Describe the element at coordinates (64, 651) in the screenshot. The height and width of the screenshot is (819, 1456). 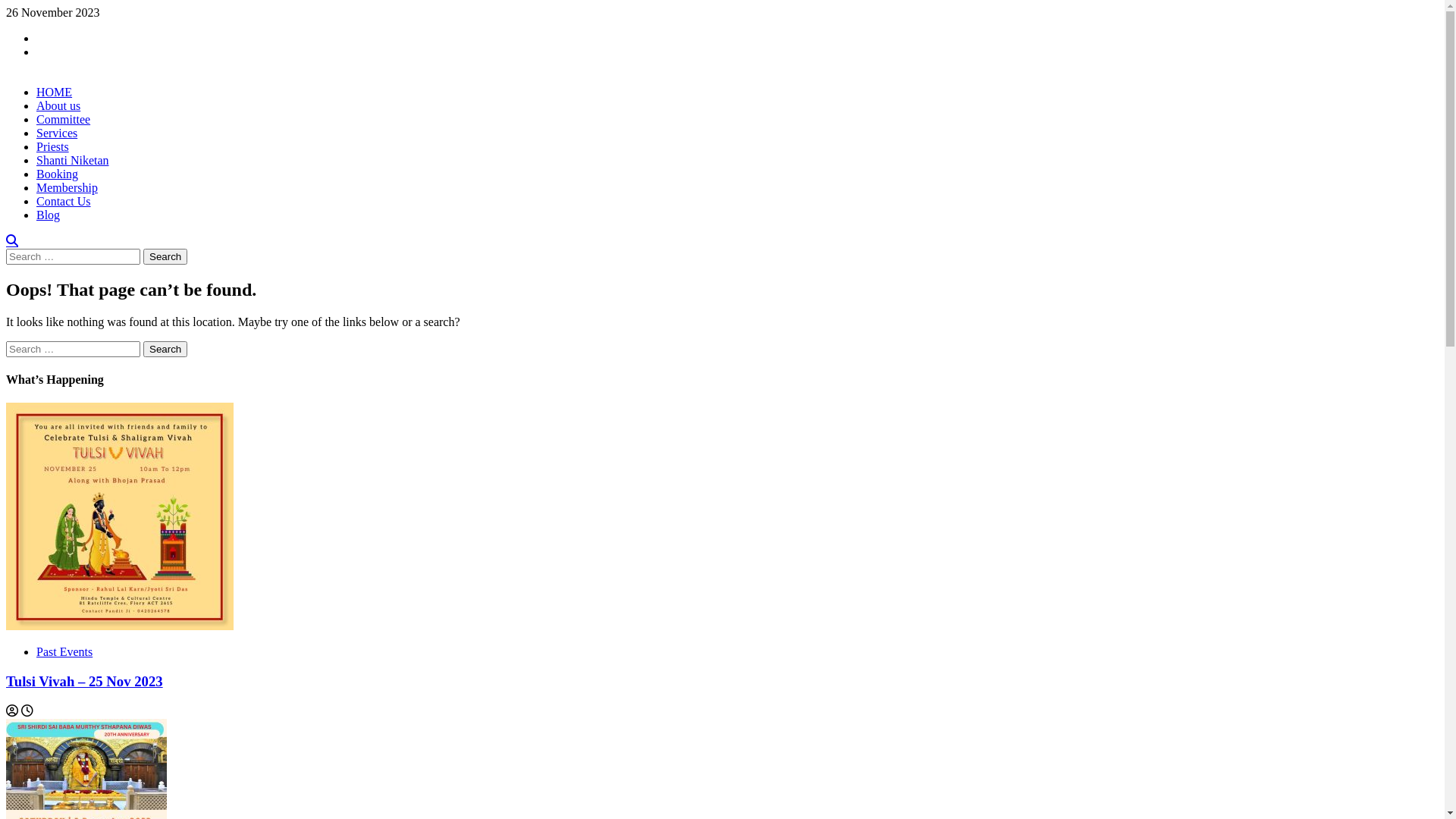
I see `'Past Events'` at that location.